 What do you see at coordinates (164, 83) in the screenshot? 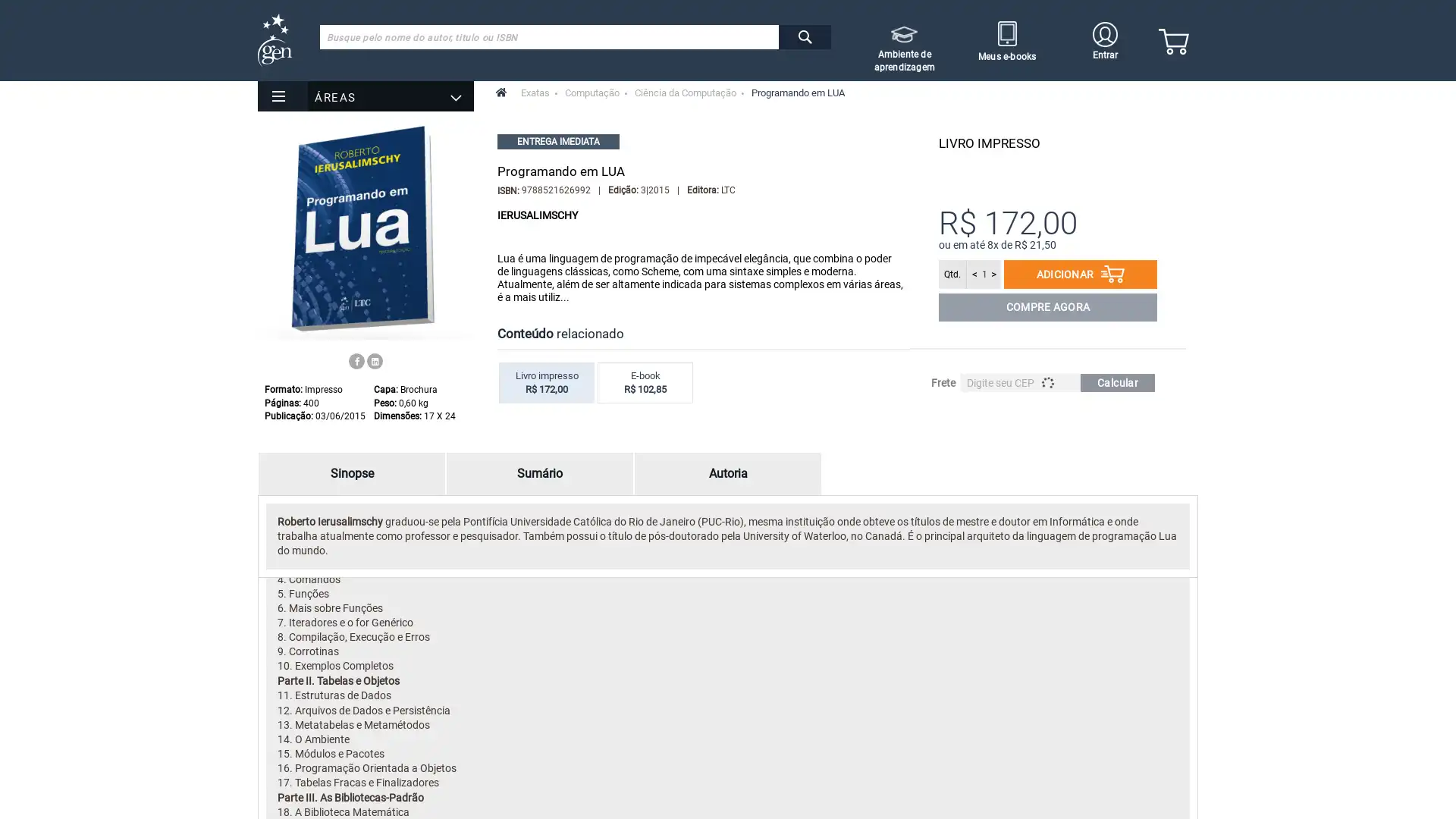
I see `Configuracoes` at bounding box center [164, 83].